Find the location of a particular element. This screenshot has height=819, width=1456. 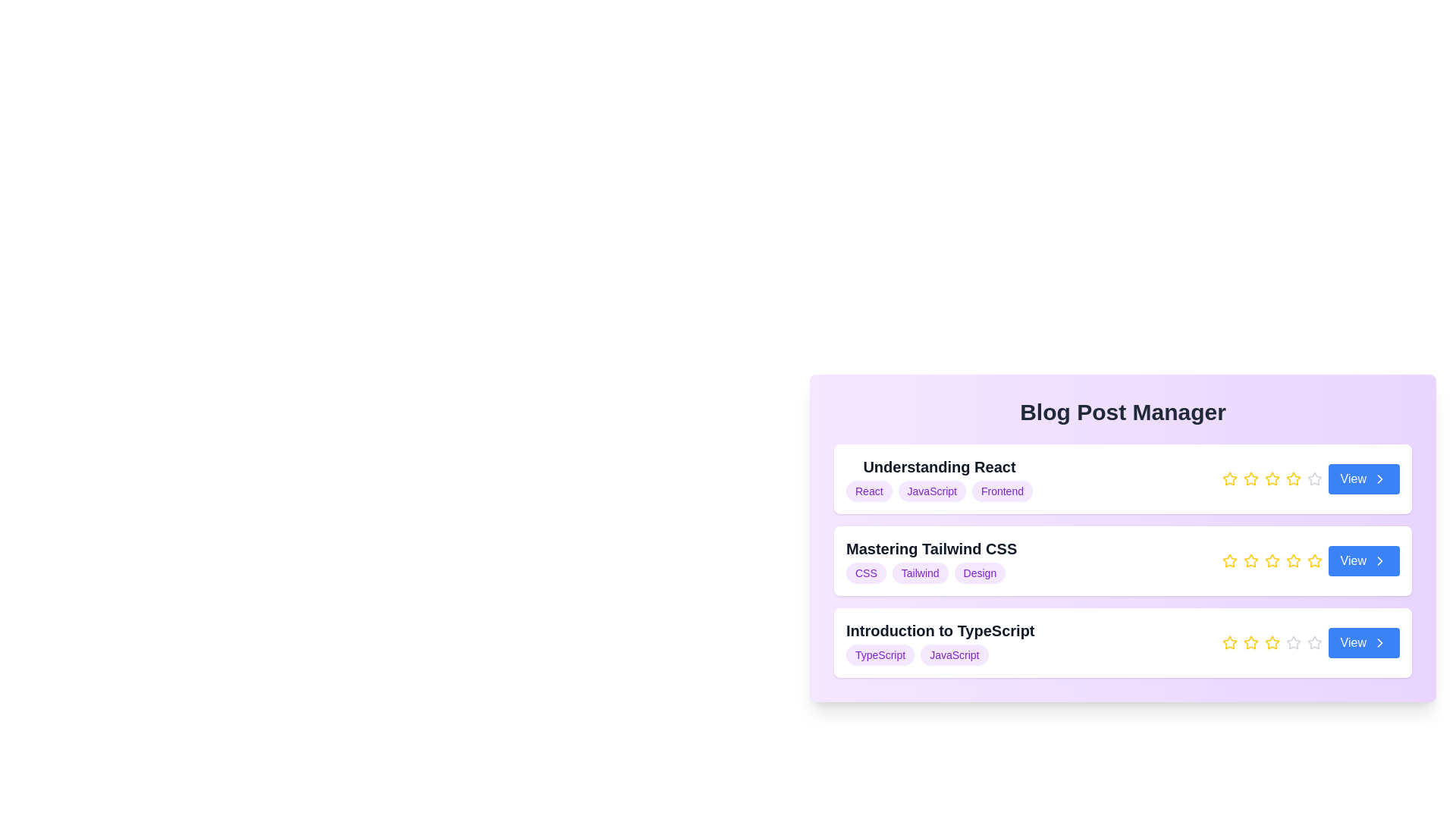

the fifth star-shaped icon in the rating section under 'Introduction to TypeScript' is located at coordinates (1313, 643).